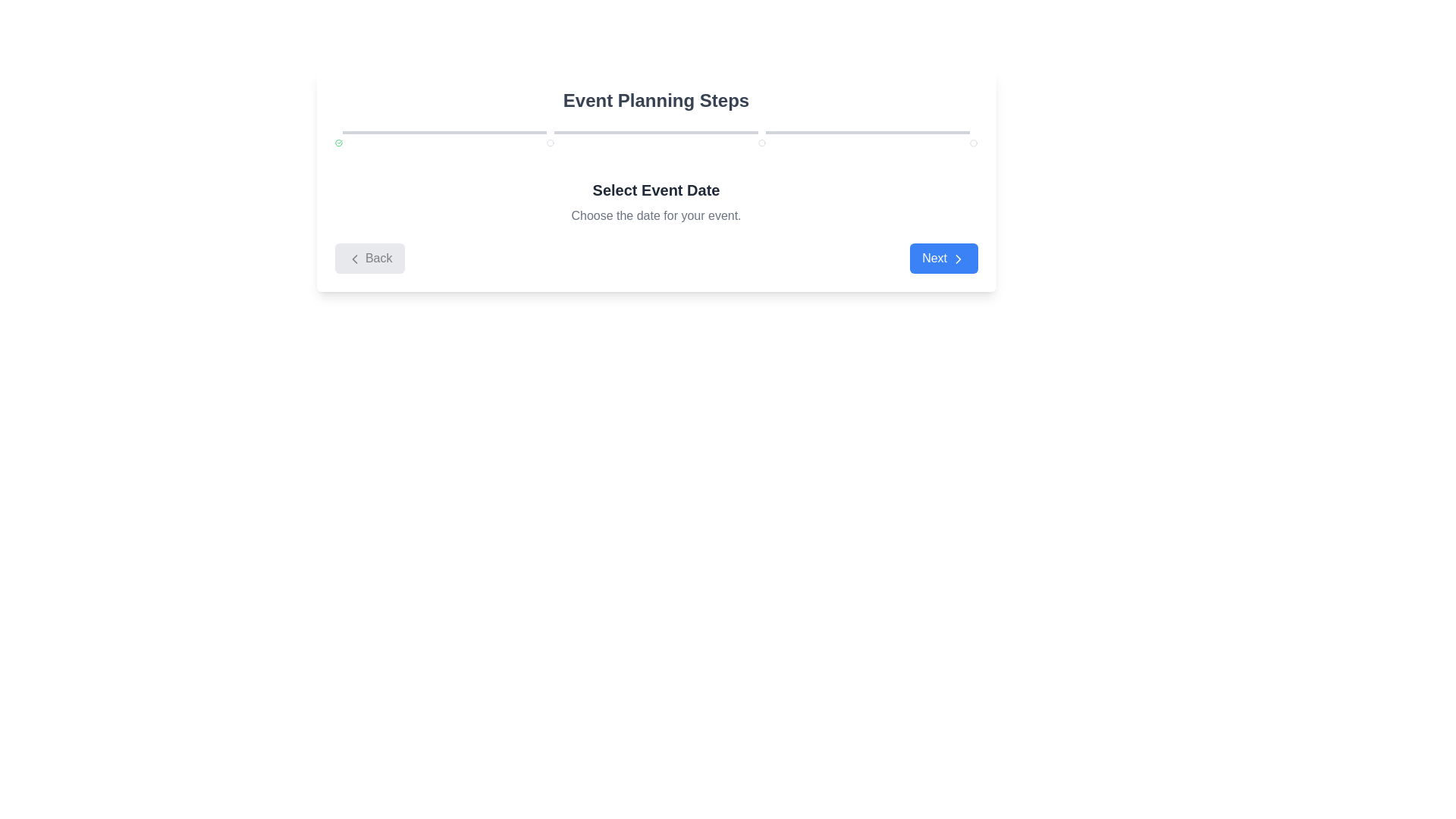 This screenshot has height=819, width=1456. I want to click on the navigation icon located on the right side of the 'Next' button at the bottom-right corner of the main content area to explore context options, so click(957, 258).